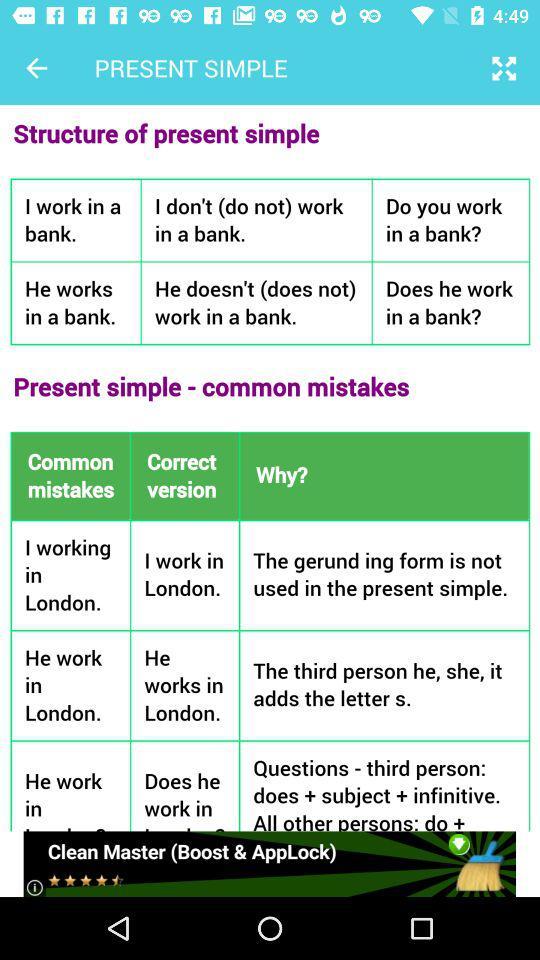  Describe the element at coordinates (36, 68) in the screenshot. I see `back the option` at that location.